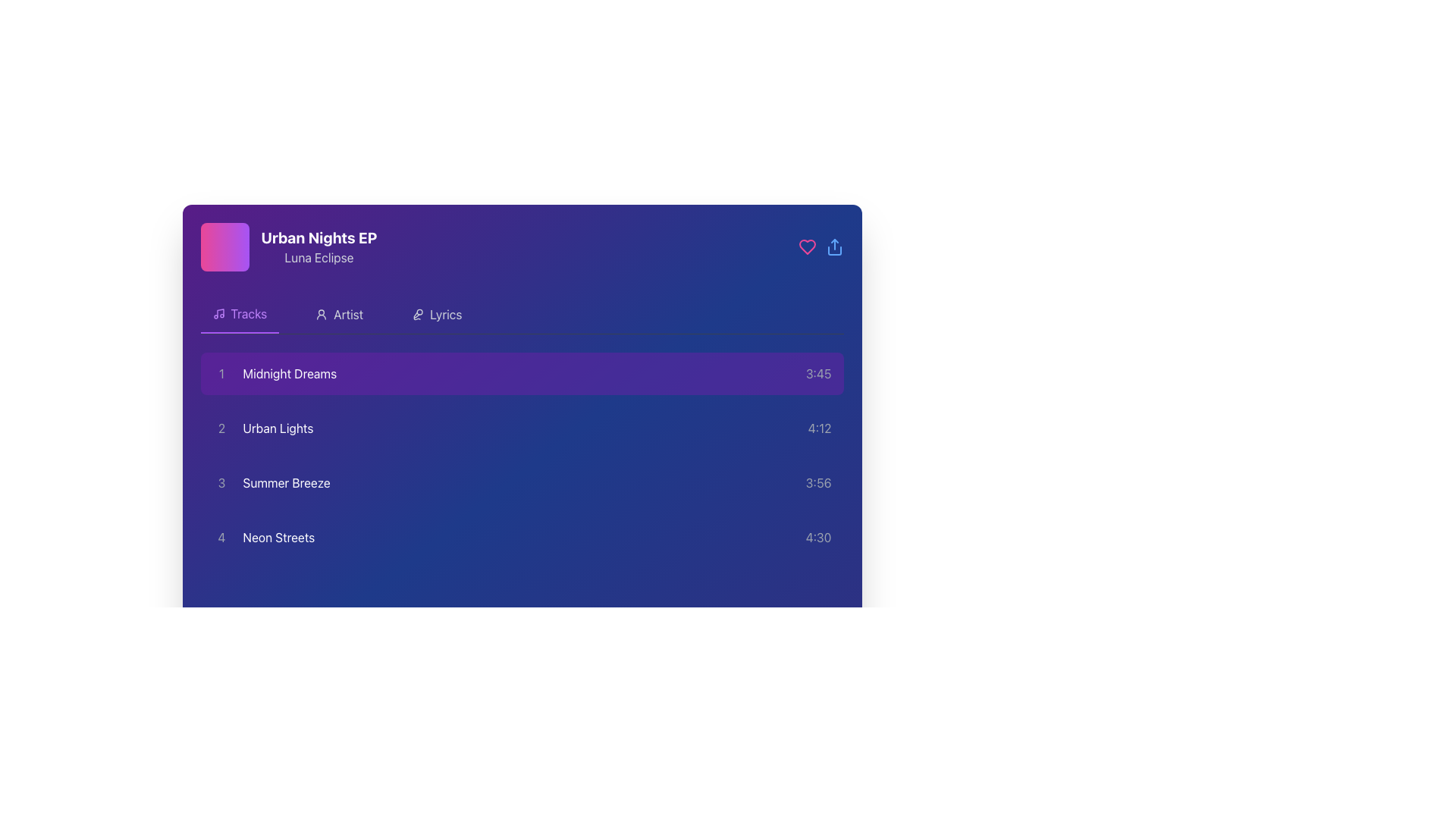 This screenshot has height=819, width=1456. I want to click on the 'Artist' text label located, so click(347, 314).